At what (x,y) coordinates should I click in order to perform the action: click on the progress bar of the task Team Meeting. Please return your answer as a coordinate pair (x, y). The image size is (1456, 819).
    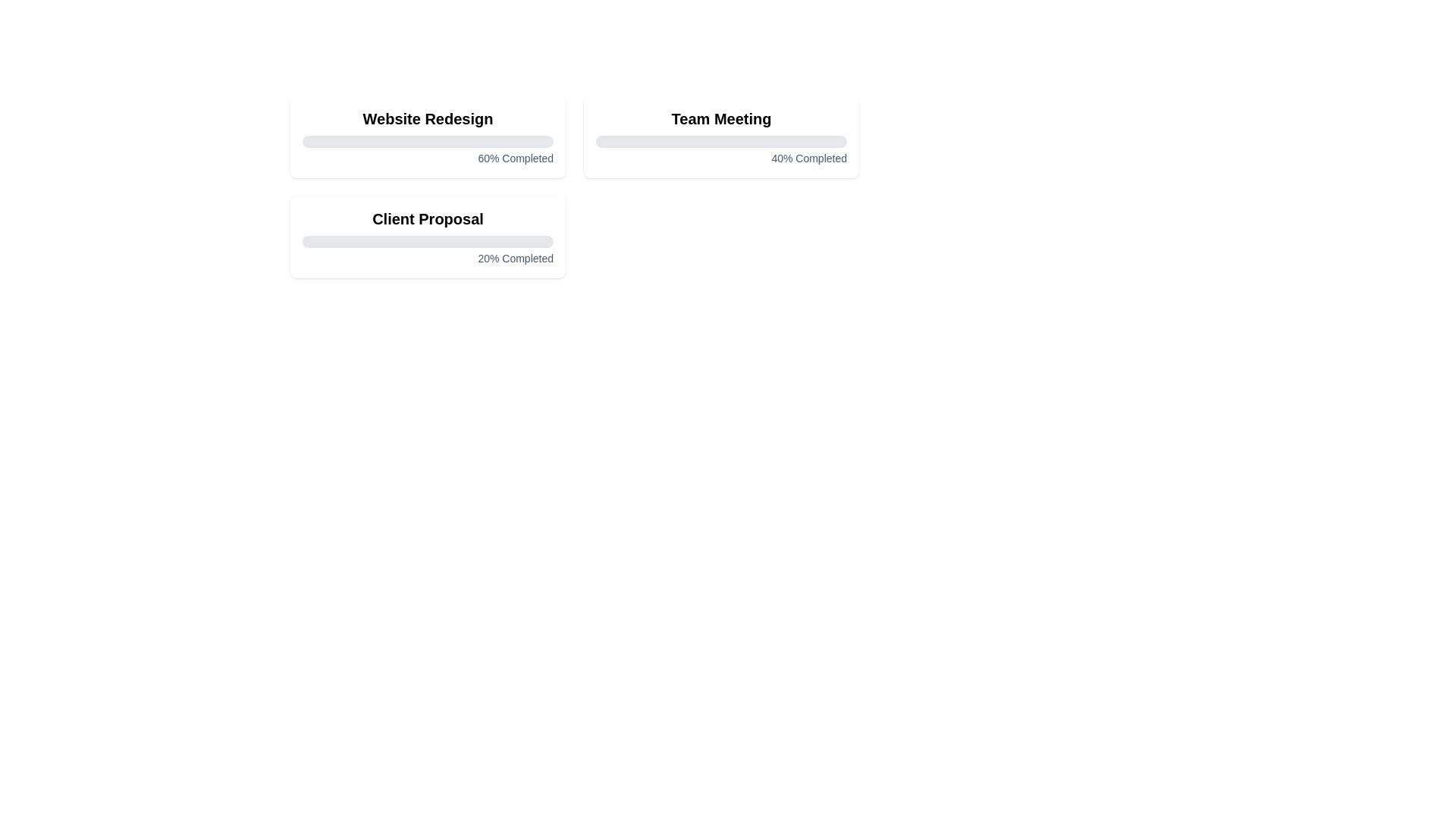
    Looking at the image, I should click on (720, 141).